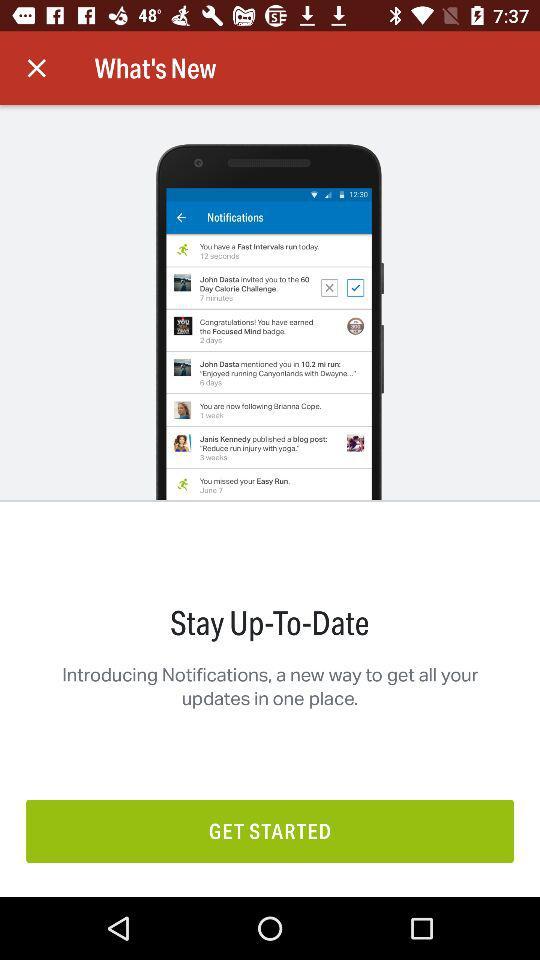 Image resolution: width=540 pixels, height=960 pixels. I want to click on item to the left of what's new icon, so click(36, 68).